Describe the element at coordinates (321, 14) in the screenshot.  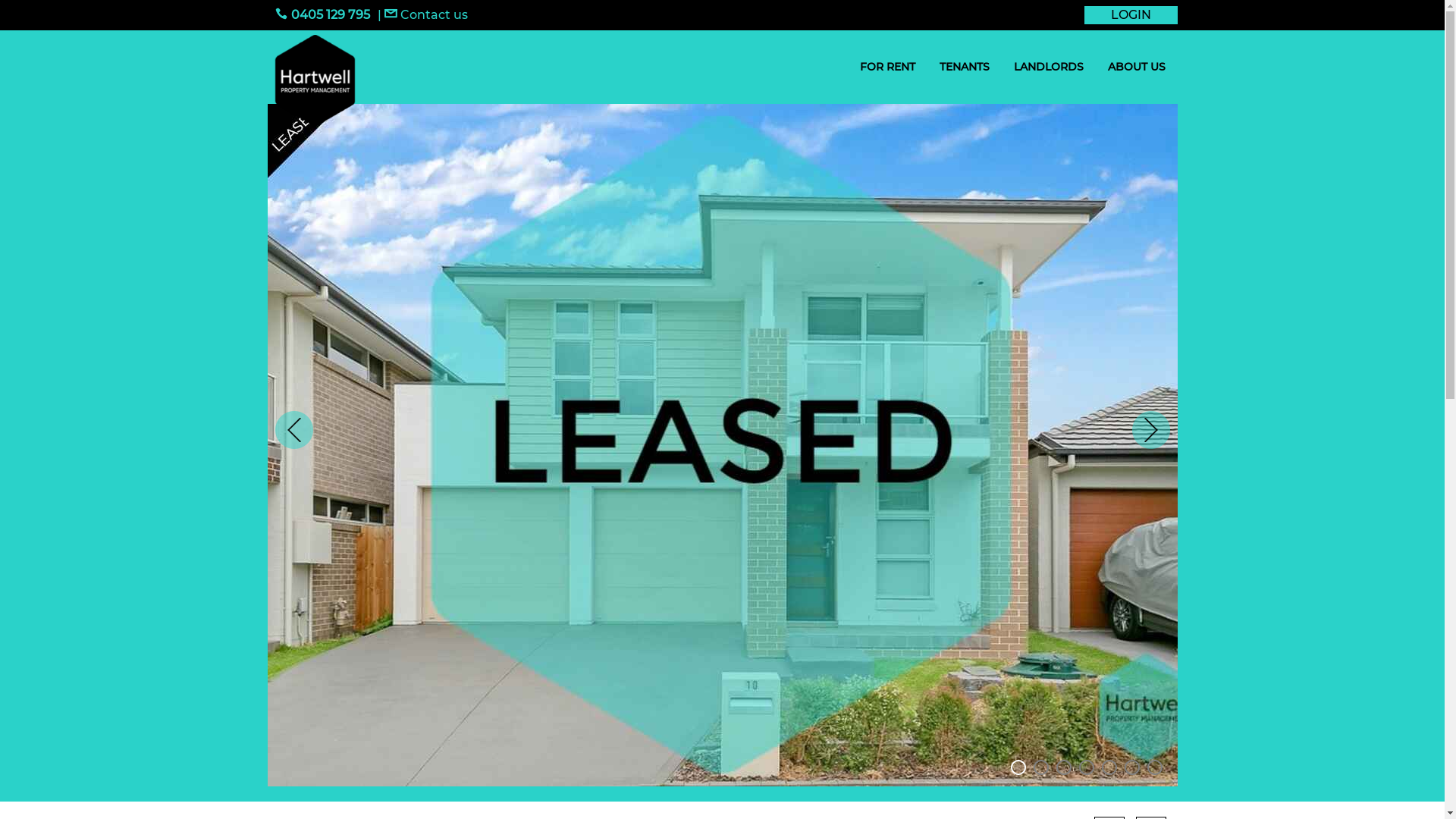
I see `'0405 129 795'` at that location.